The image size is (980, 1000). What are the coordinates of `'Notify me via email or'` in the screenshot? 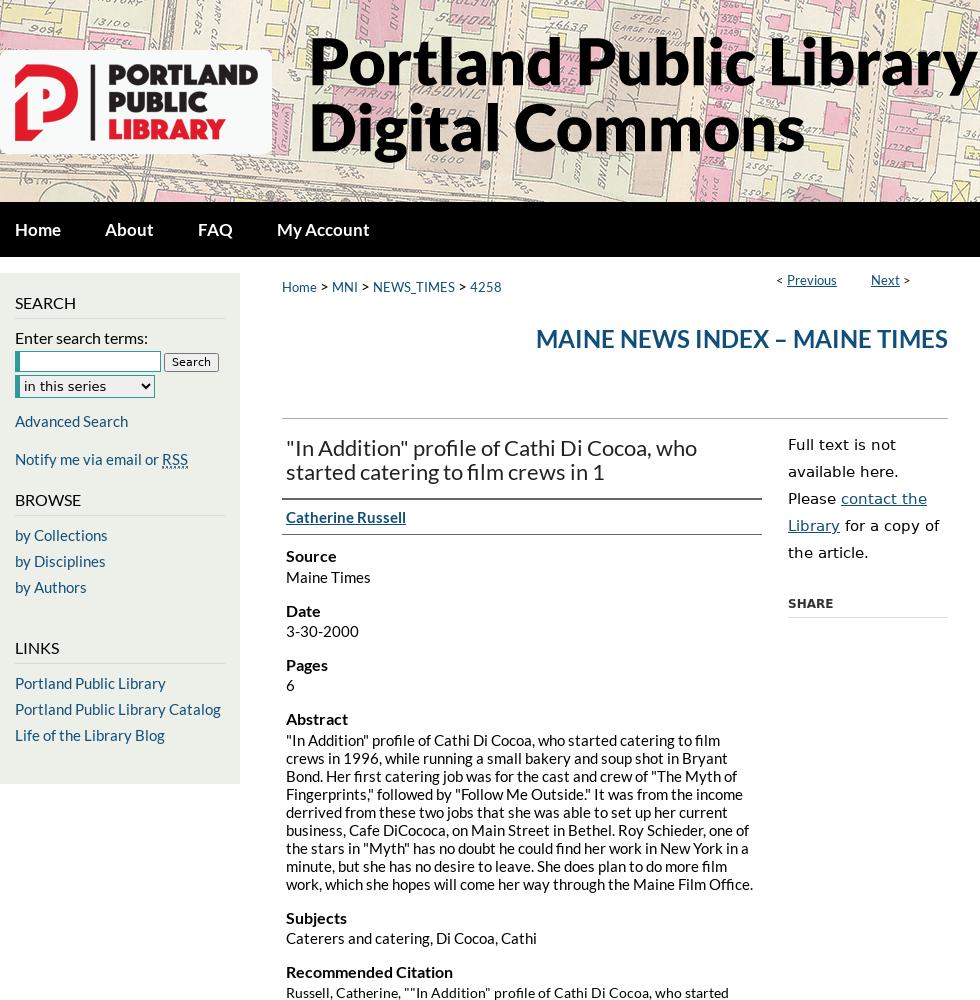 It's located at (14, 458).